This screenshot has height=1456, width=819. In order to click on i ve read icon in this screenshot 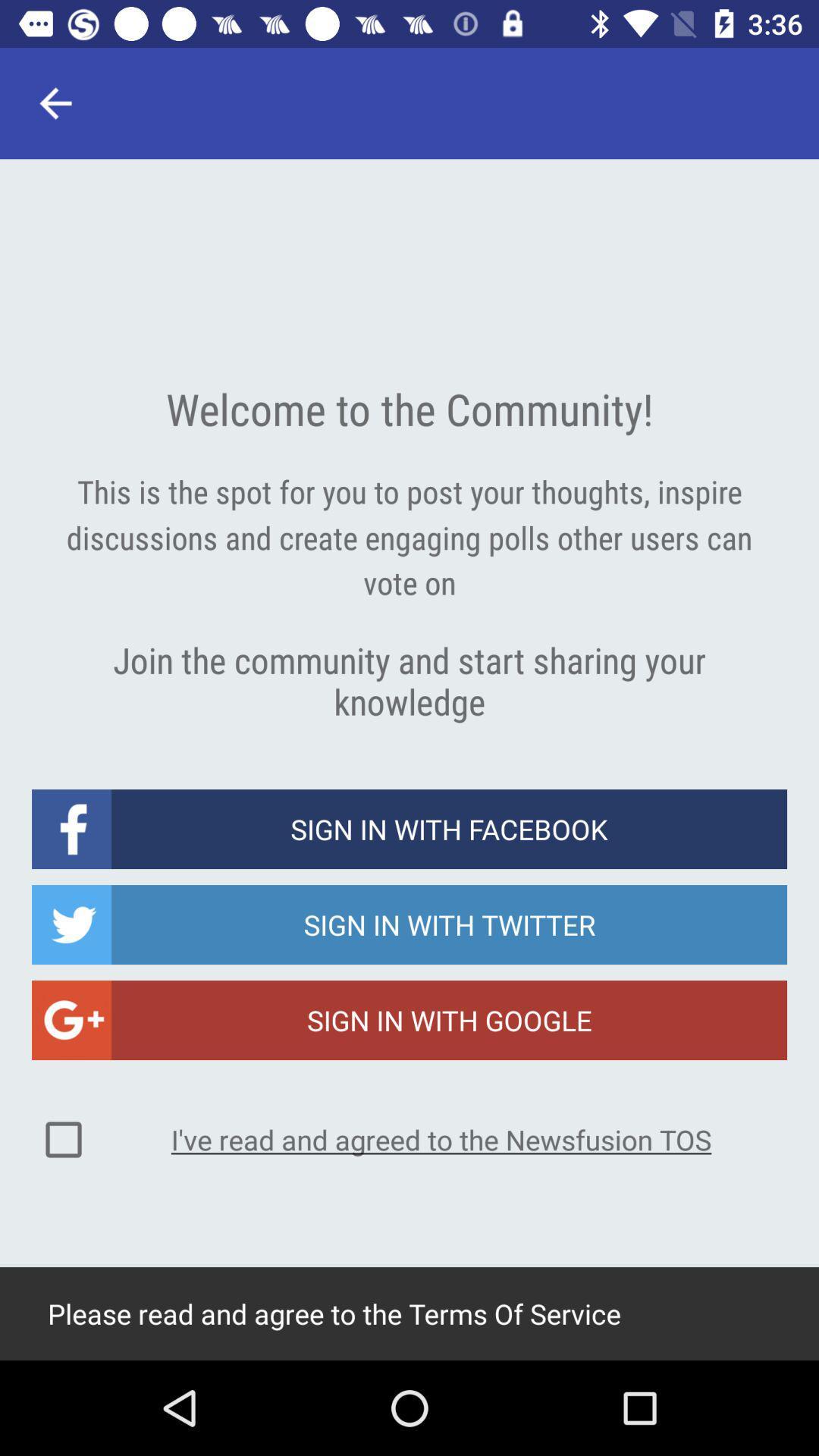, I will do `click(441, 1139)`.